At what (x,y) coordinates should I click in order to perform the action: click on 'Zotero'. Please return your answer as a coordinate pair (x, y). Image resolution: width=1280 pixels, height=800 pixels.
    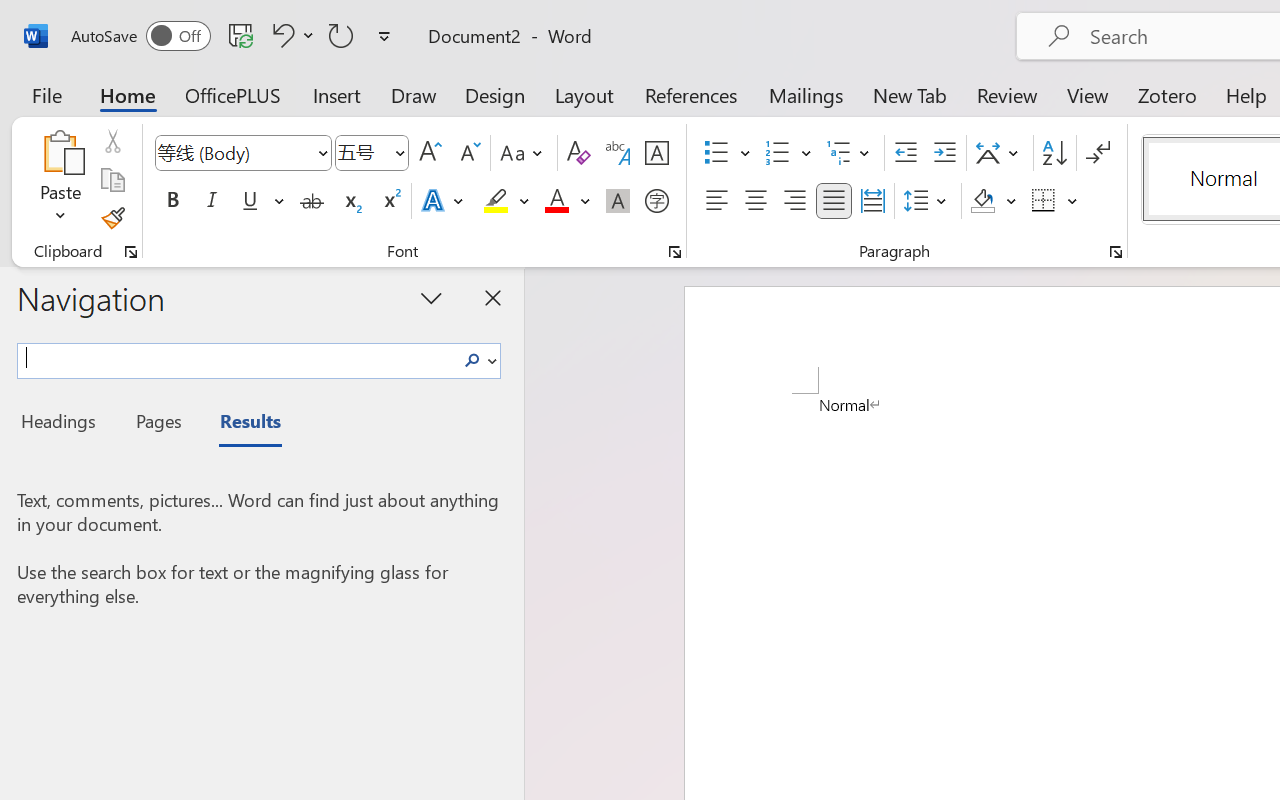
    Looking at the image, I should click on (1167, 94).